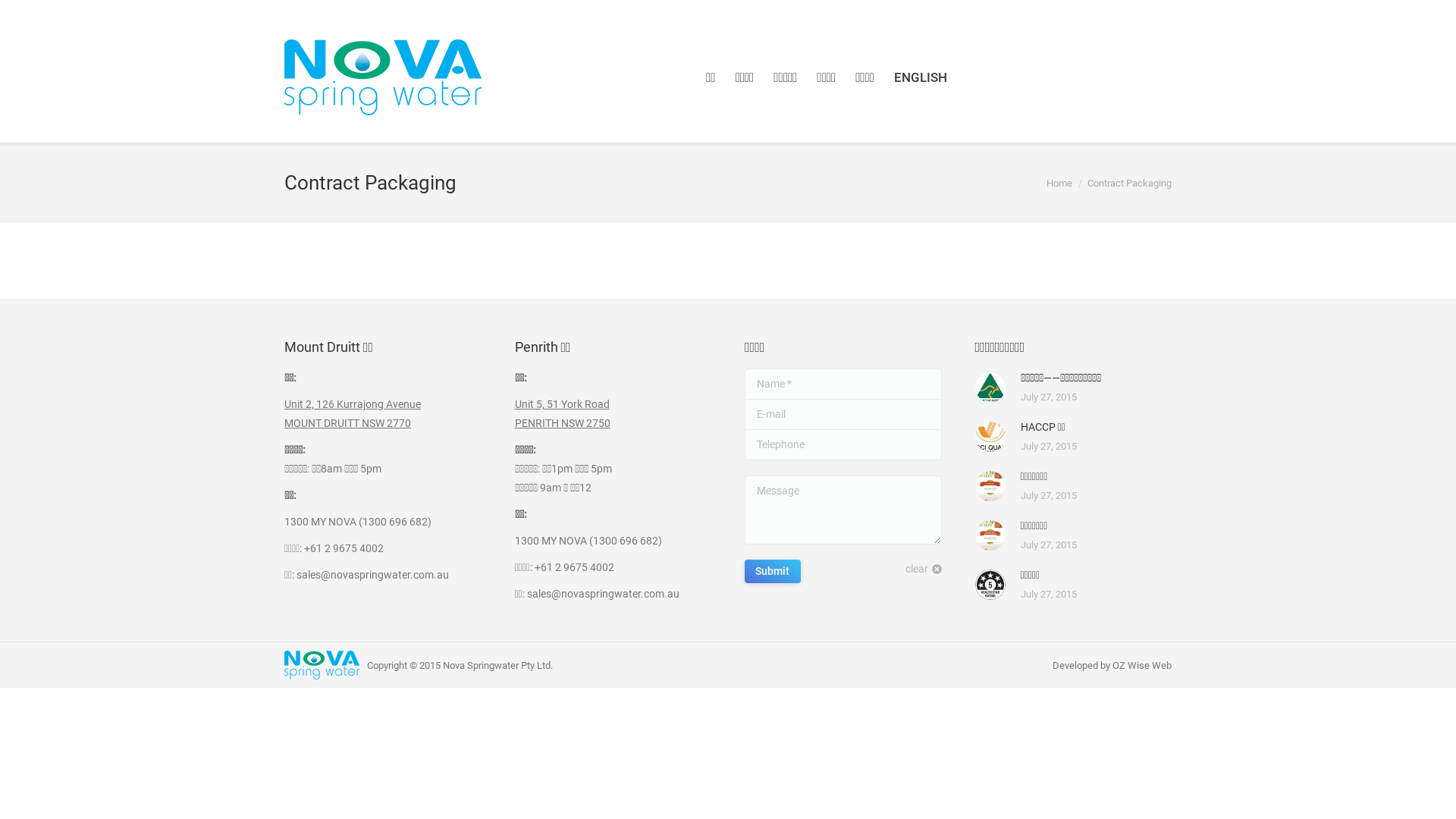 This screenshot has height=819, width=1456. I want to click on 'MOUNT DRUITT NSW 2770', so click(284, 423).